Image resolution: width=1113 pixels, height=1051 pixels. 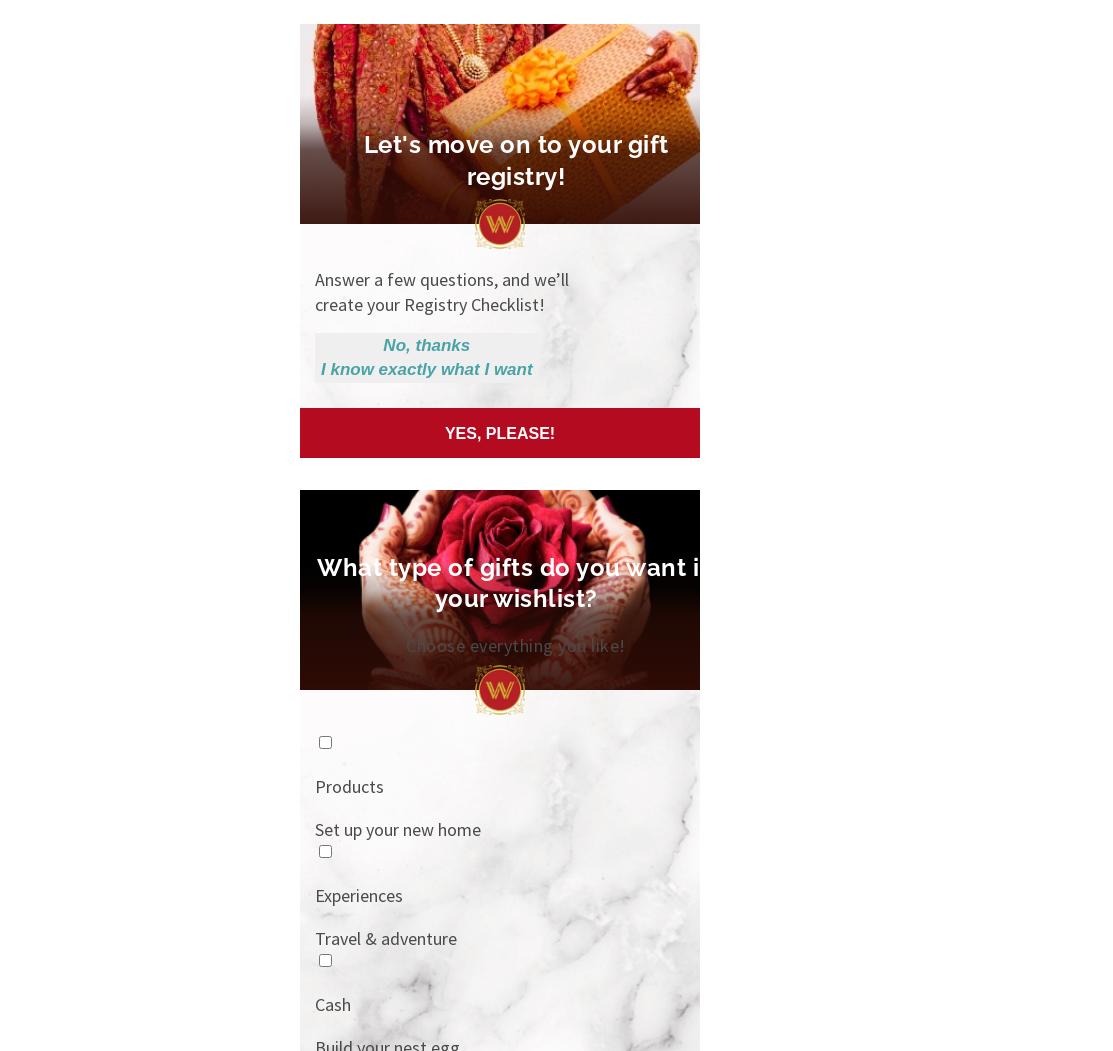 What do you see at coordinates (349, 784) in the screenshot?
I see `'Products'` at bounding box center [349, 784].